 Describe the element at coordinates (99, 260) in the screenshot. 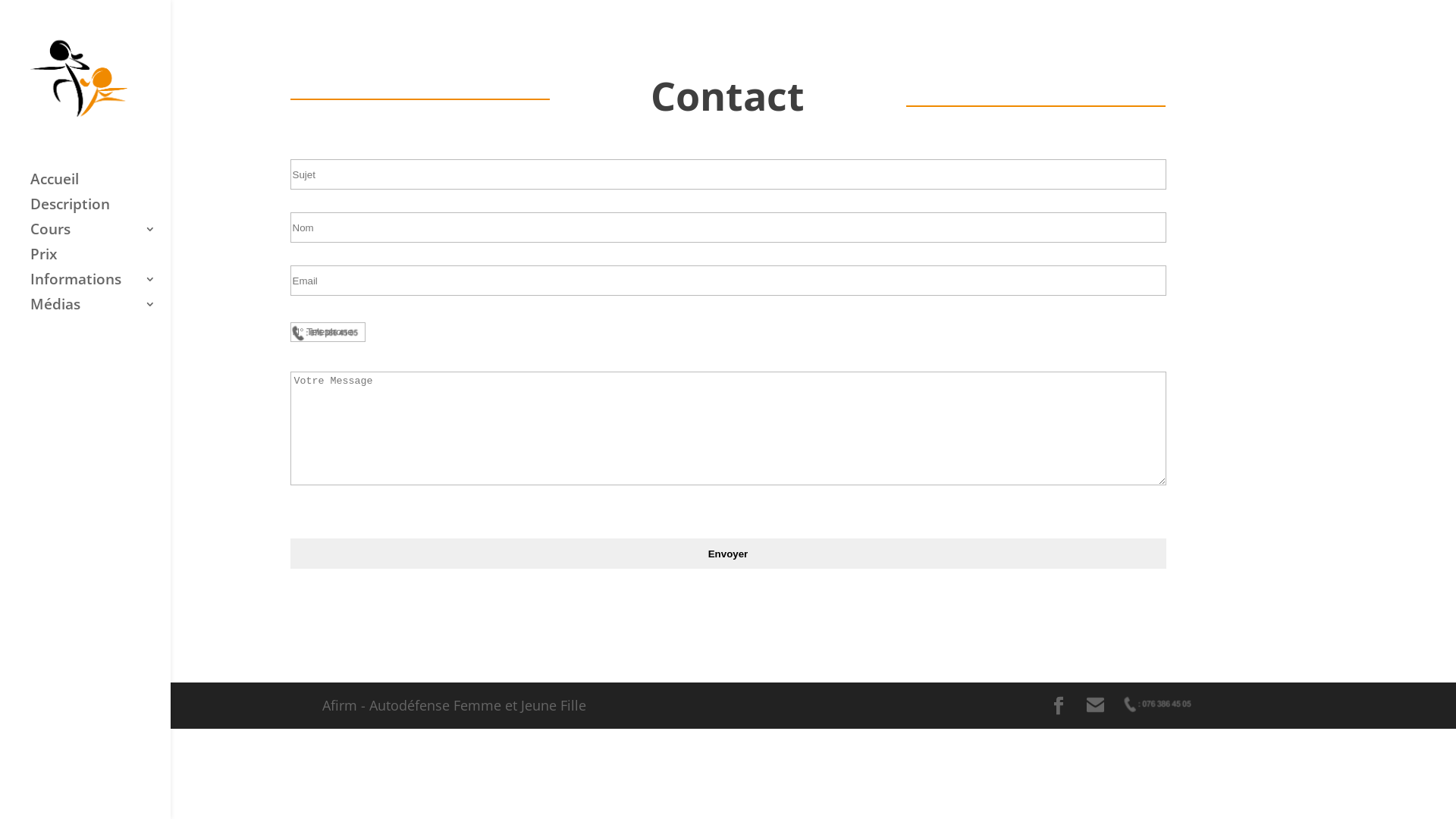

I see `'Prix'` at that location.